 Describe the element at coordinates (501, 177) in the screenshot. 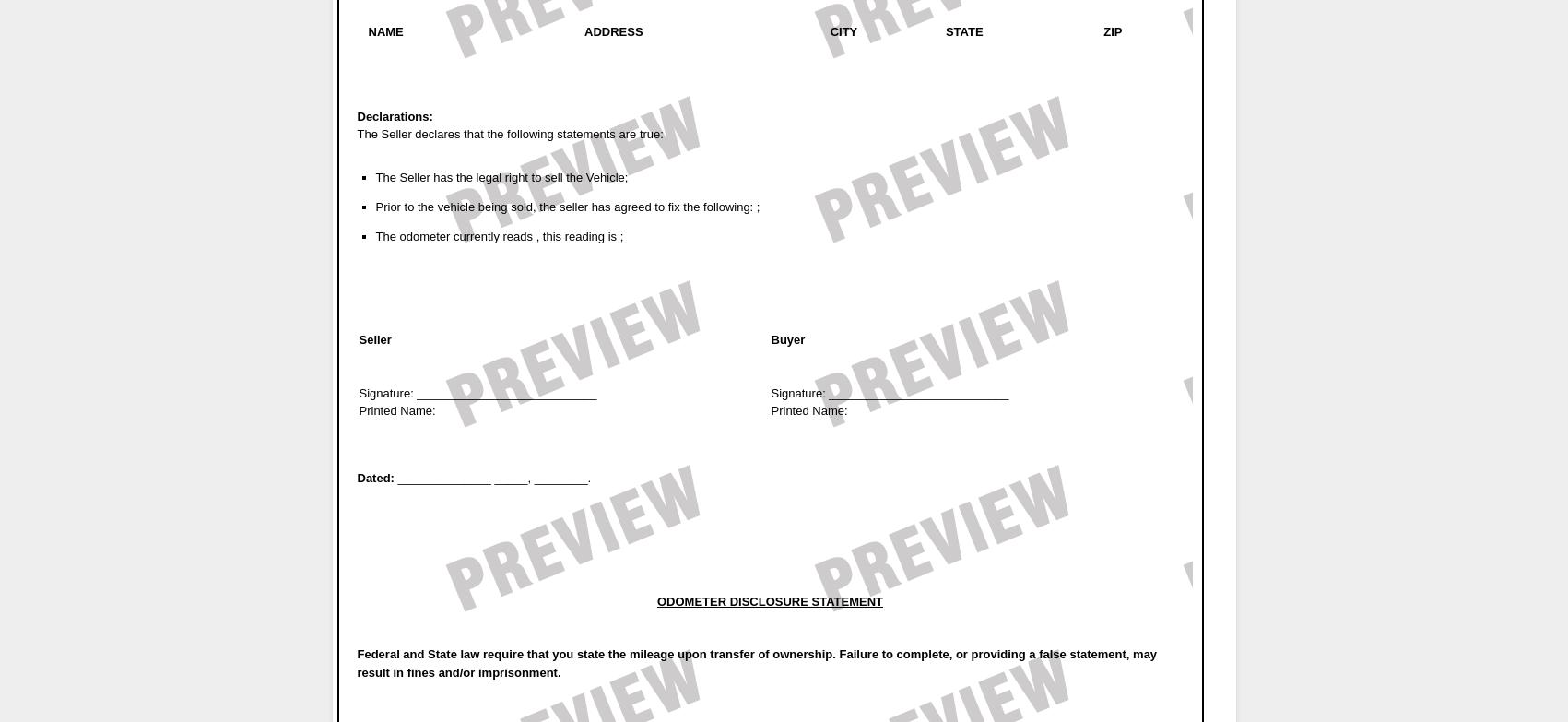

I see `'The Seller has the legal right to sell the Vehicle;'` at that location.